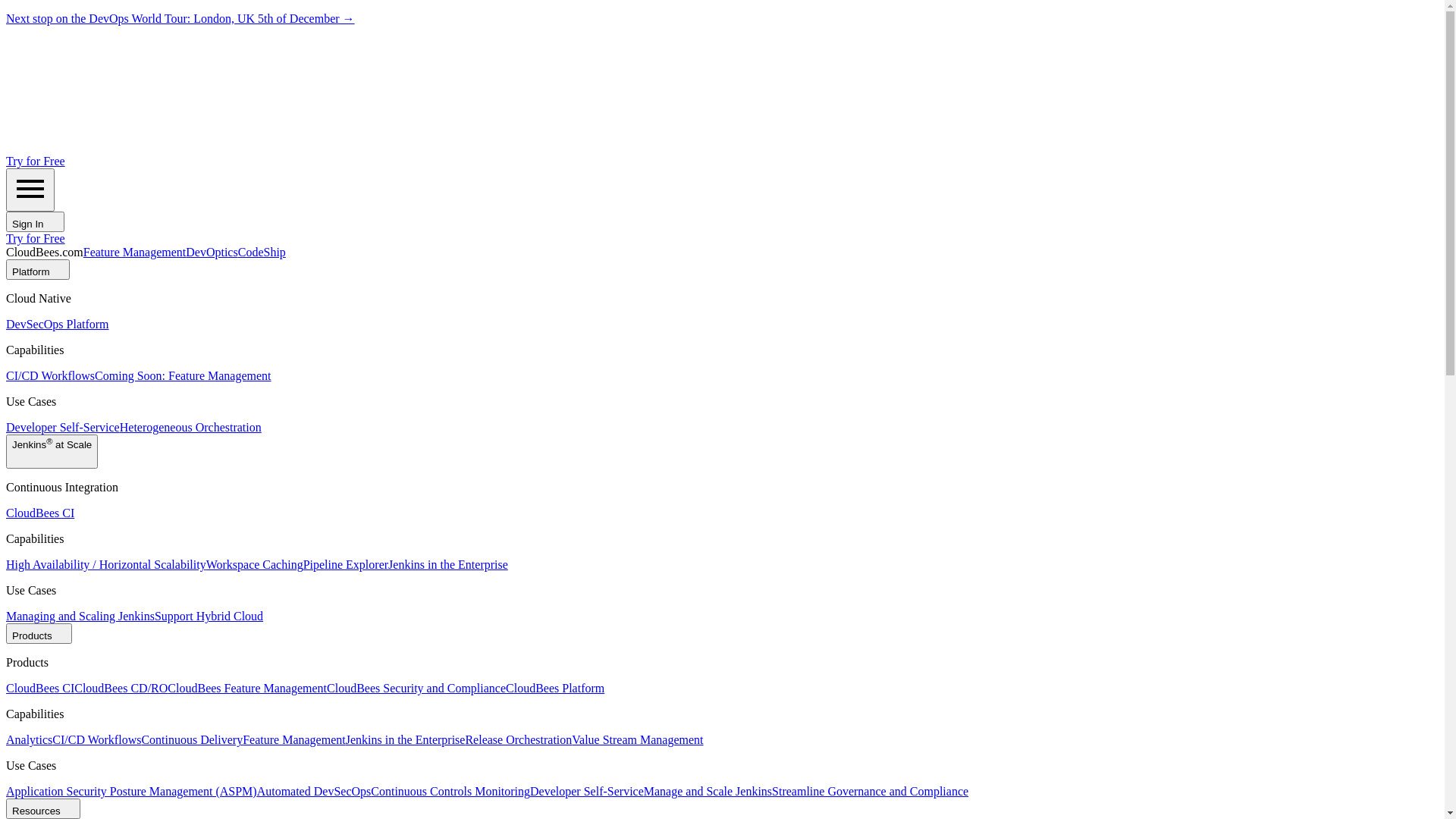  What do you see at coordinates (447, 564) in the screenshot?
I see `'Jenkins in the Enterprise'` at bounding box center [447, 564].